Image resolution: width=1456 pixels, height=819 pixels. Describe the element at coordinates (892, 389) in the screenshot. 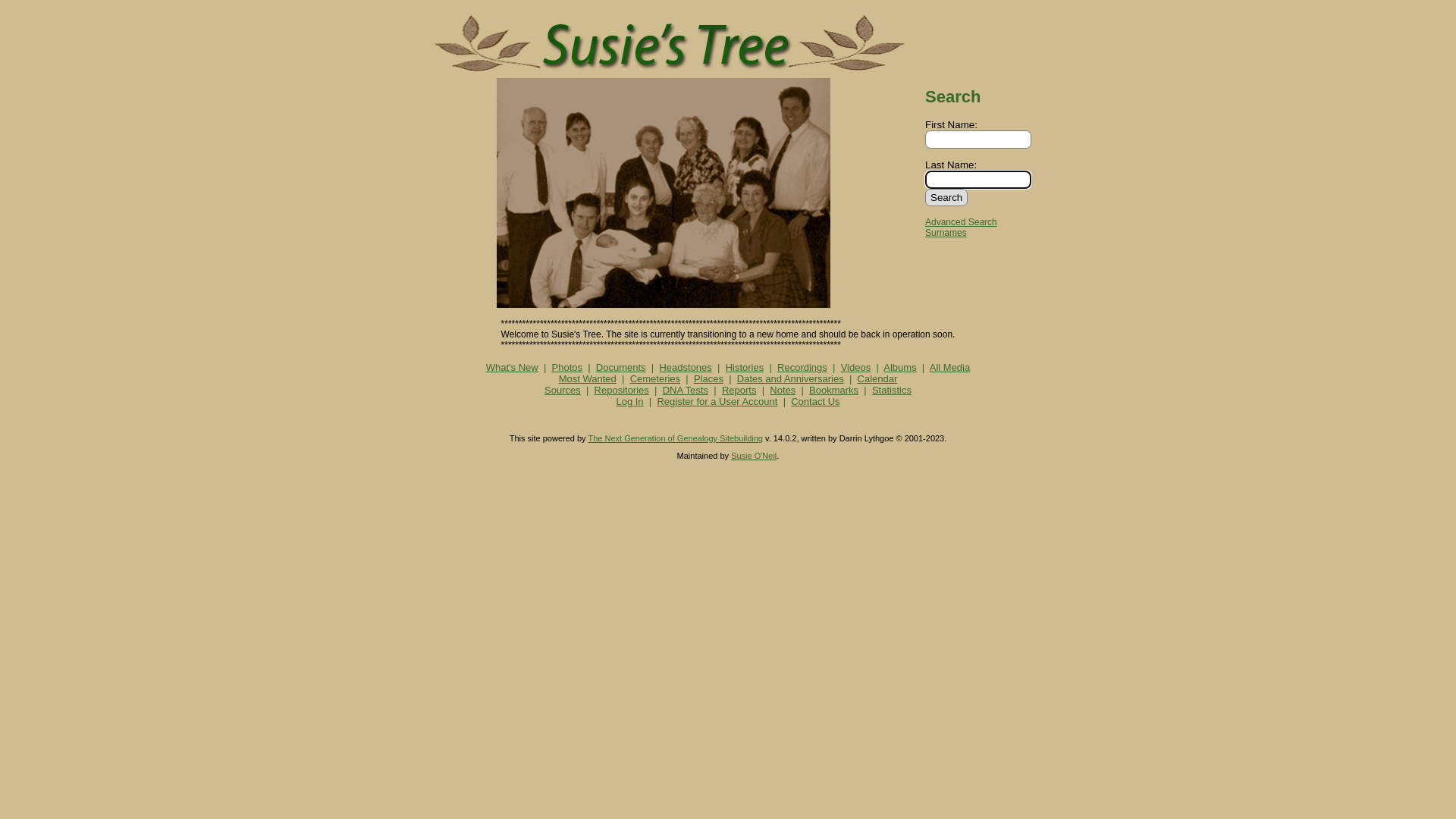

I see `'Statistics'` at that location.